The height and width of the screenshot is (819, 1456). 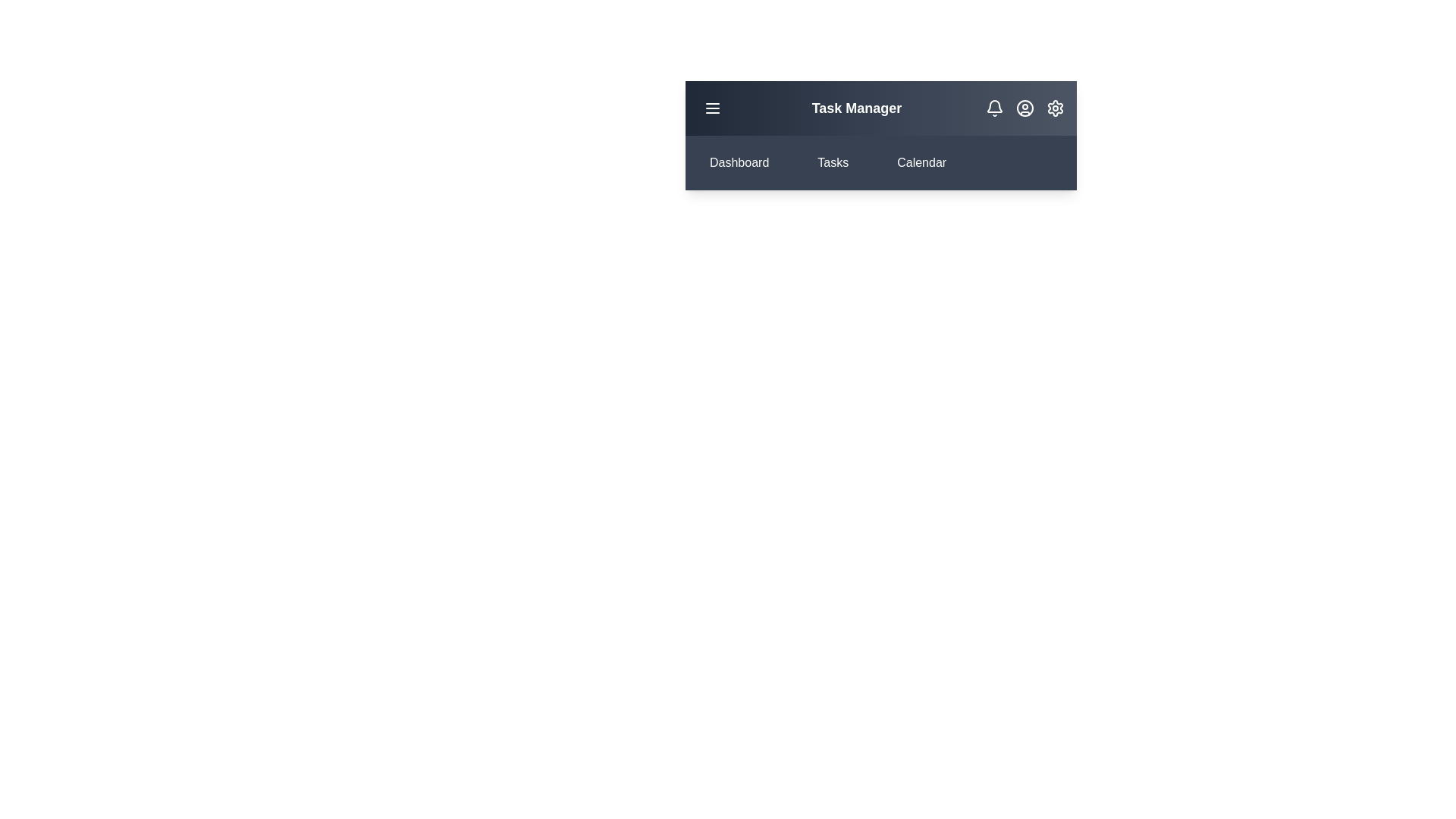 I want to click on the menu icon to toggle the menu visibility, so click(x=712, y=107).